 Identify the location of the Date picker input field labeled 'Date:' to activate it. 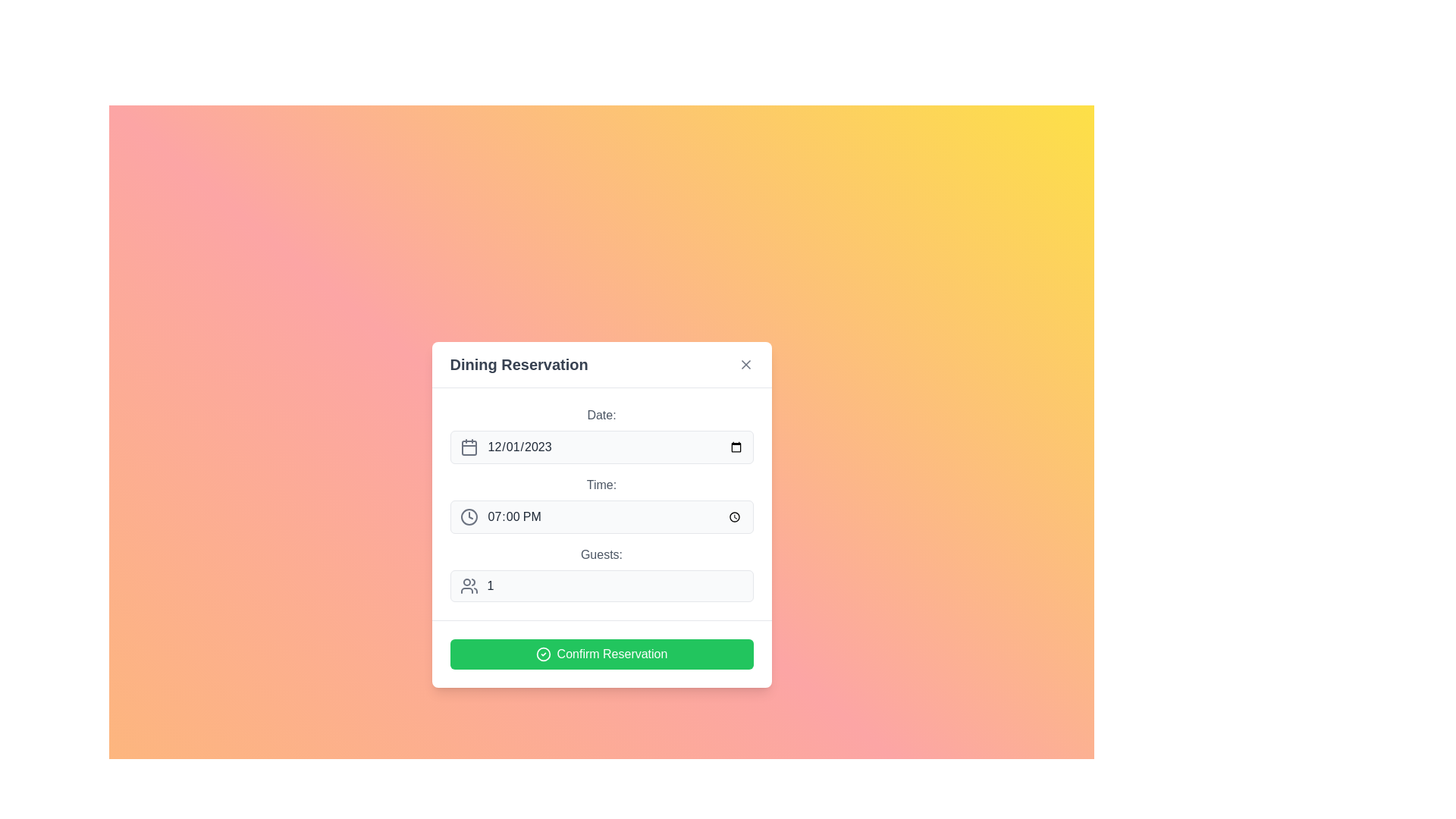
(601, 435).